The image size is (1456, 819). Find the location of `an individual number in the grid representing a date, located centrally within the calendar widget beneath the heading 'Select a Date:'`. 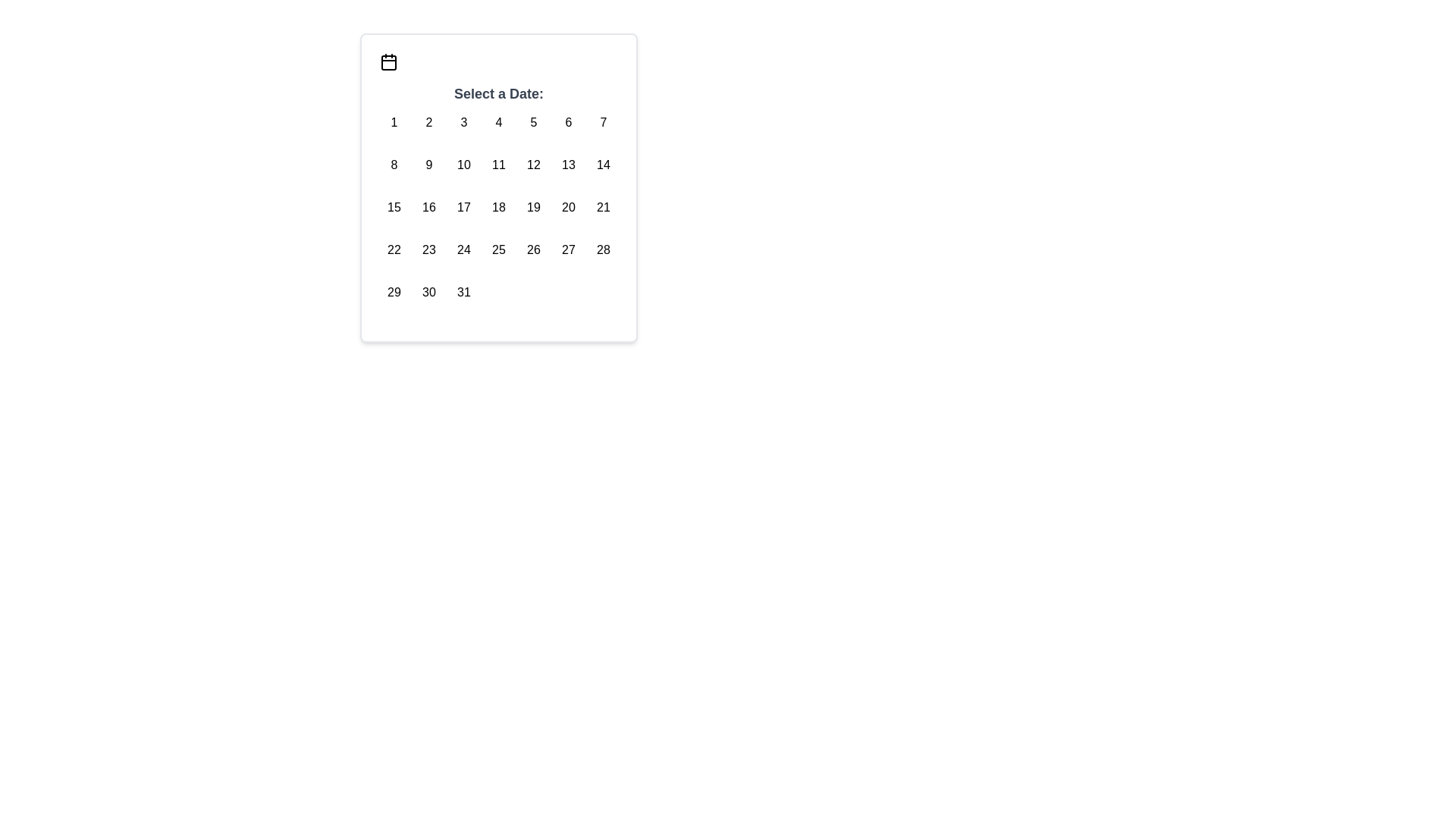

an individual number in the grid representing a date, located centrally within the calendar widget beneath the heading 'Select a Date:' is located at coordinates (498, 207).